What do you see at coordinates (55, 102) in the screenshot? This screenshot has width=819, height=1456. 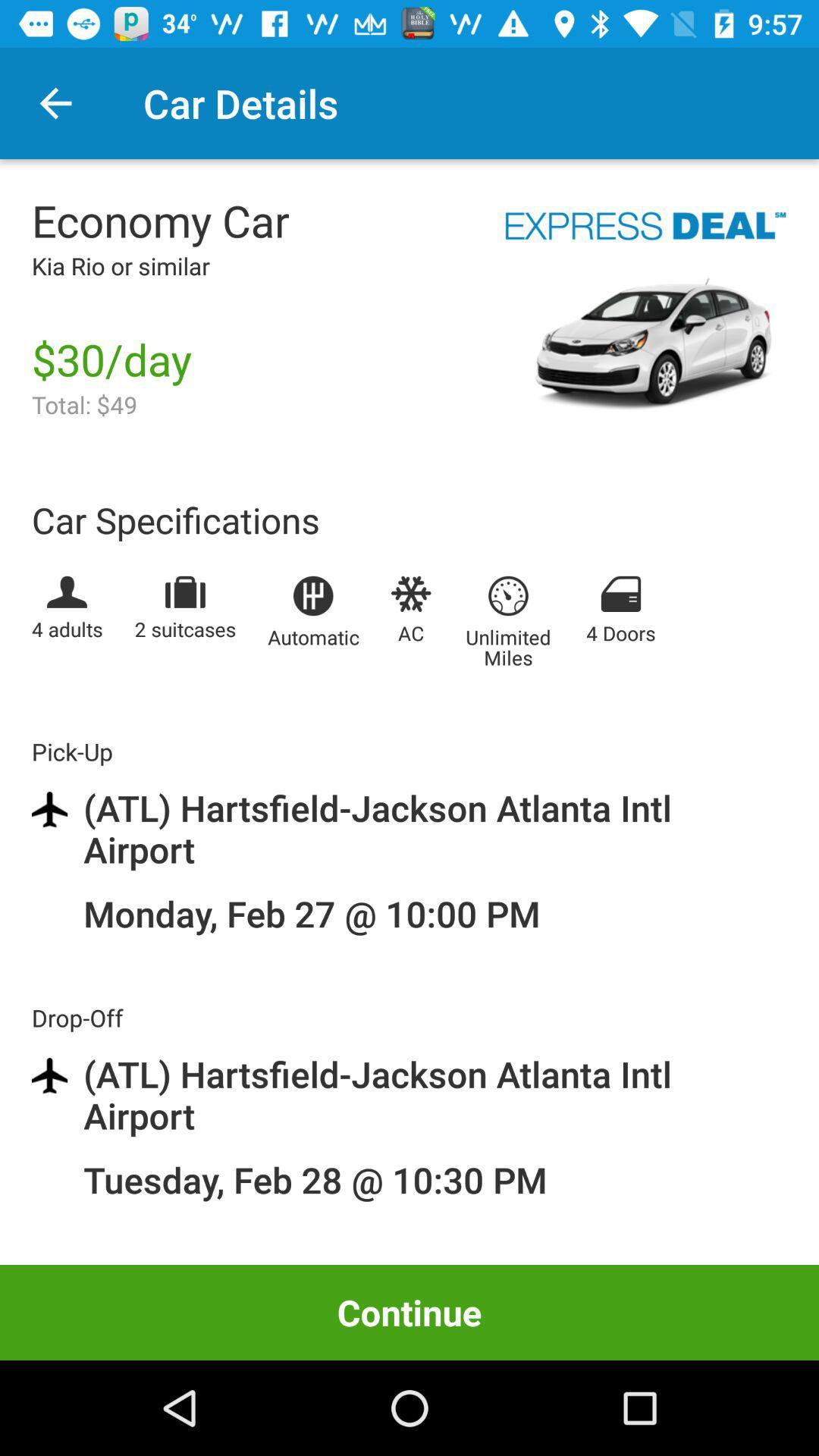 I see `the item to the left of the car details icon` at bounding box center [55, 102].